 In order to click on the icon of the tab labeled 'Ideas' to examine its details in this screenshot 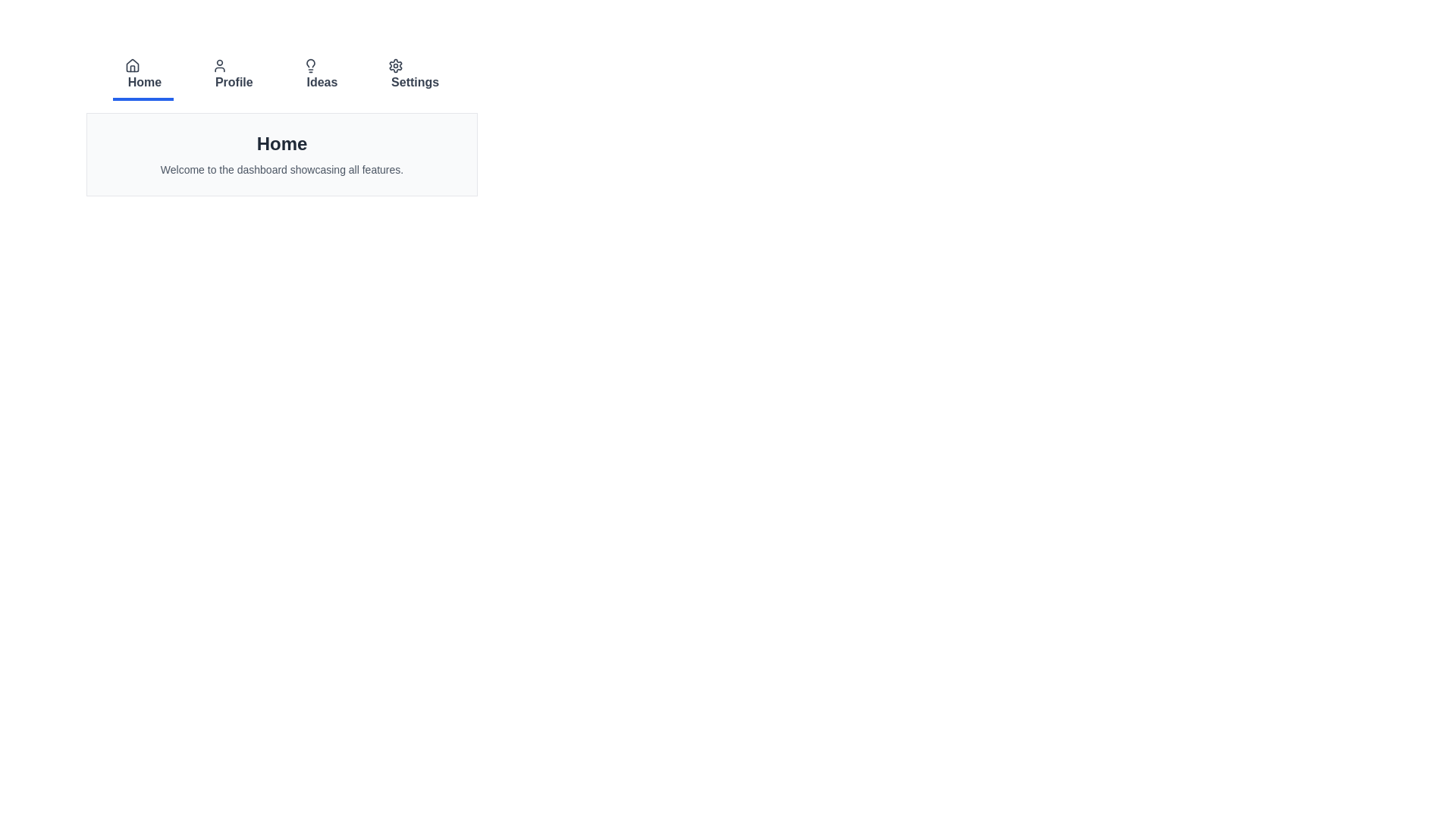, I will do `click(310, 65)`.